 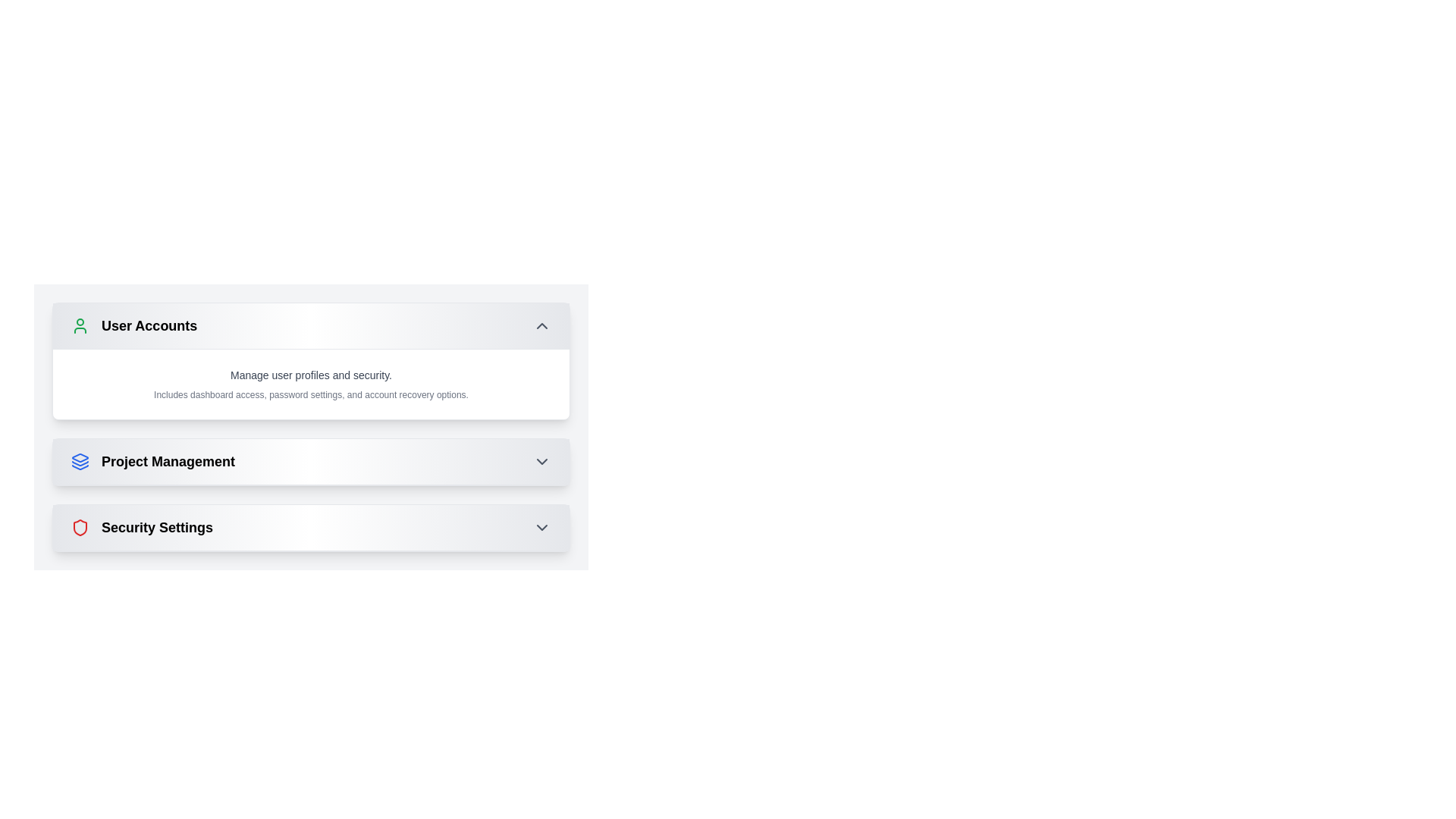 I want to click on the user account icon, which is a graphical representation of a person silhouette with a green border, located at the leftmost part of the 'User Accounts' section, so click(x=79, y=325).